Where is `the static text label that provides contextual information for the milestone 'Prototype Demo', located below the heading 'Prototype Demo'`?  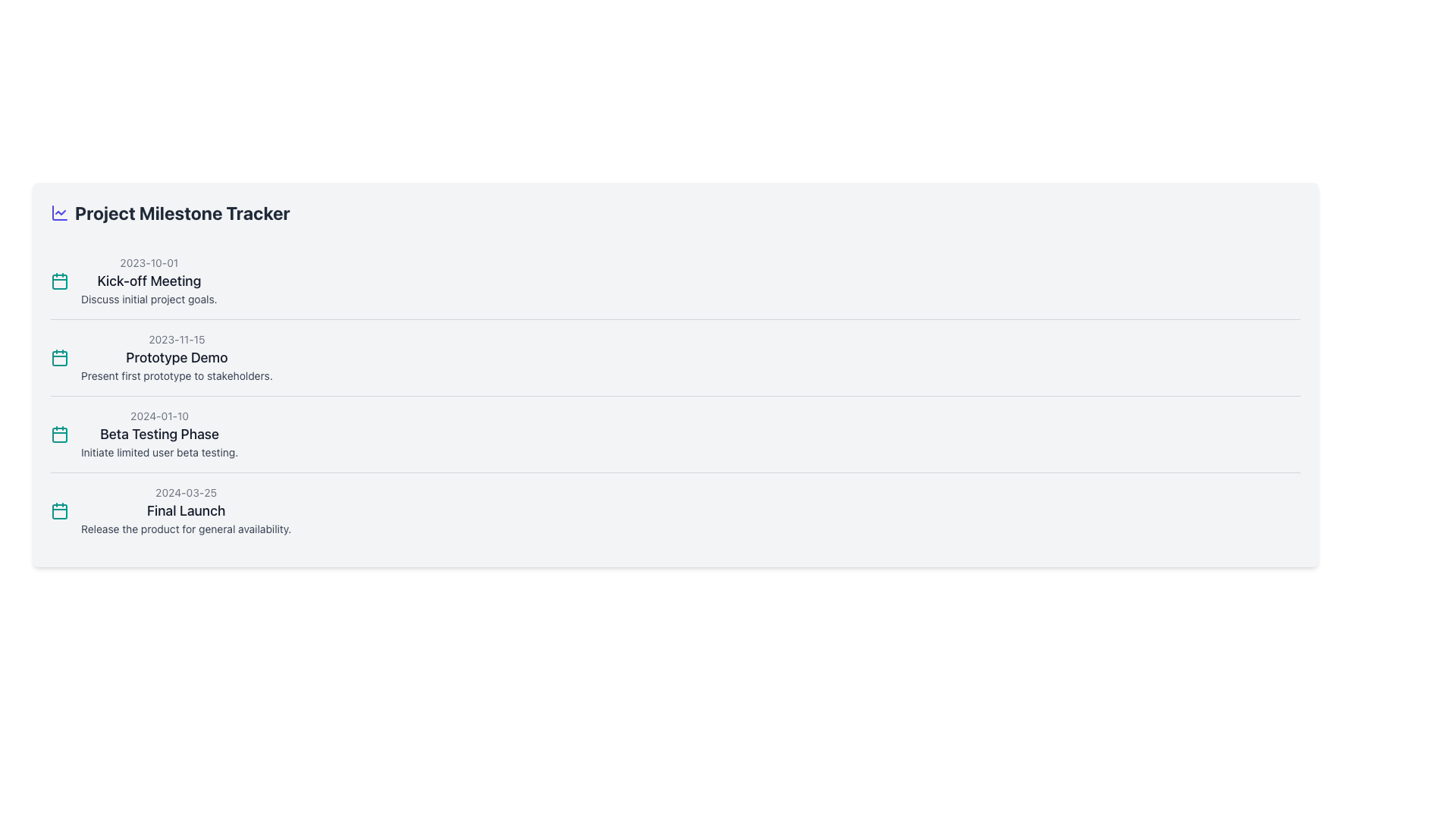 the static text label that provides contextual information for the milestone 'Prototype Demo', located below the heading 'Prototype Demo' is located at coordinates (177, 375).